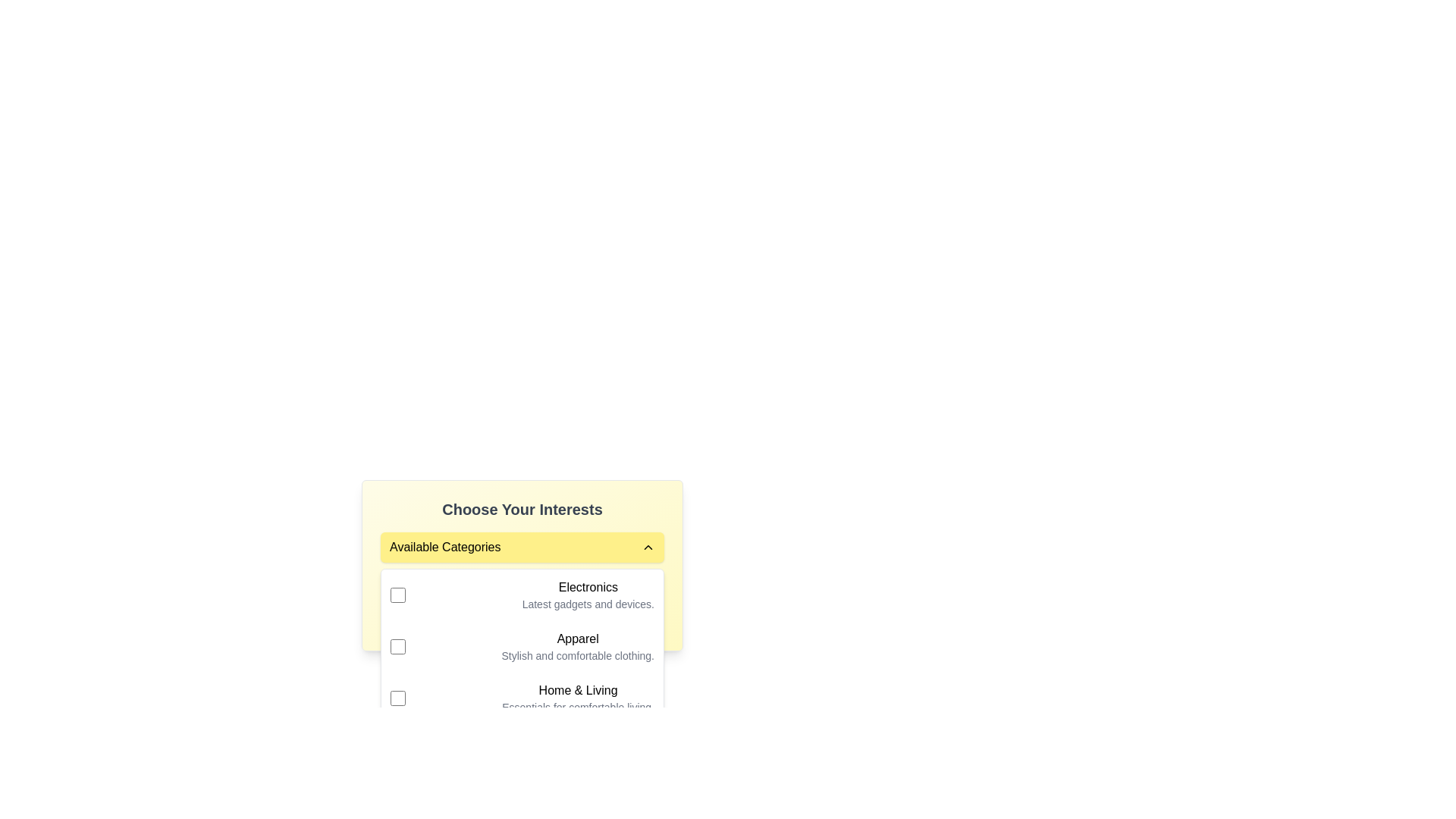  I want to click on the non-interactive text label that identifies the category 'Apparel', which is centrally aligned and positioned above 'Stylish and comfortable clothing.', so click(577, 639).